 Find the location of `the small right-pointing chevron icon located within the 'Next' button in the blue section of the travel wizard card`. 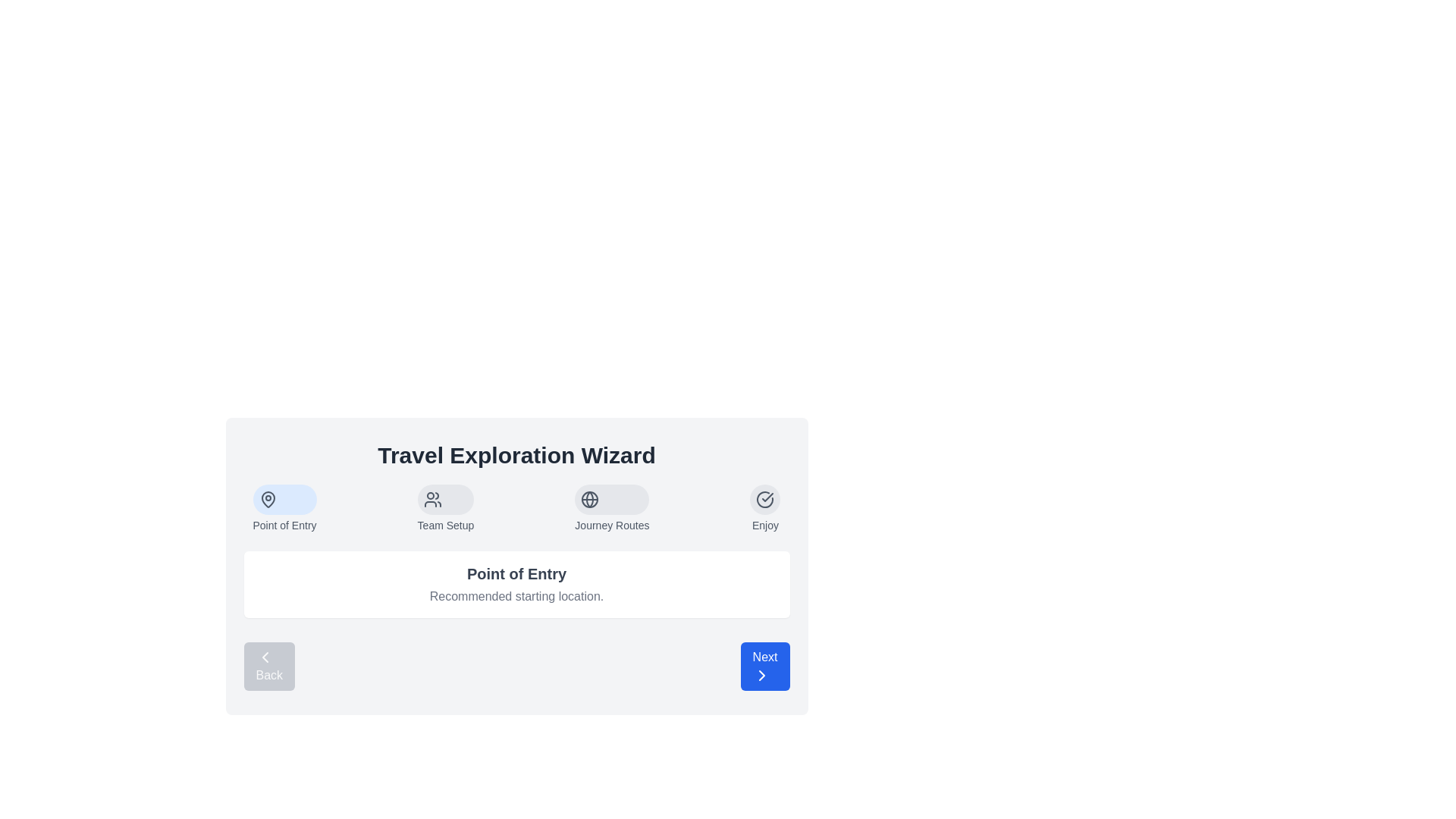

the small right-pointing chevron icon located within the 'Next' button in the blue section of the travel wizard card is located at coordinates (761, 675).